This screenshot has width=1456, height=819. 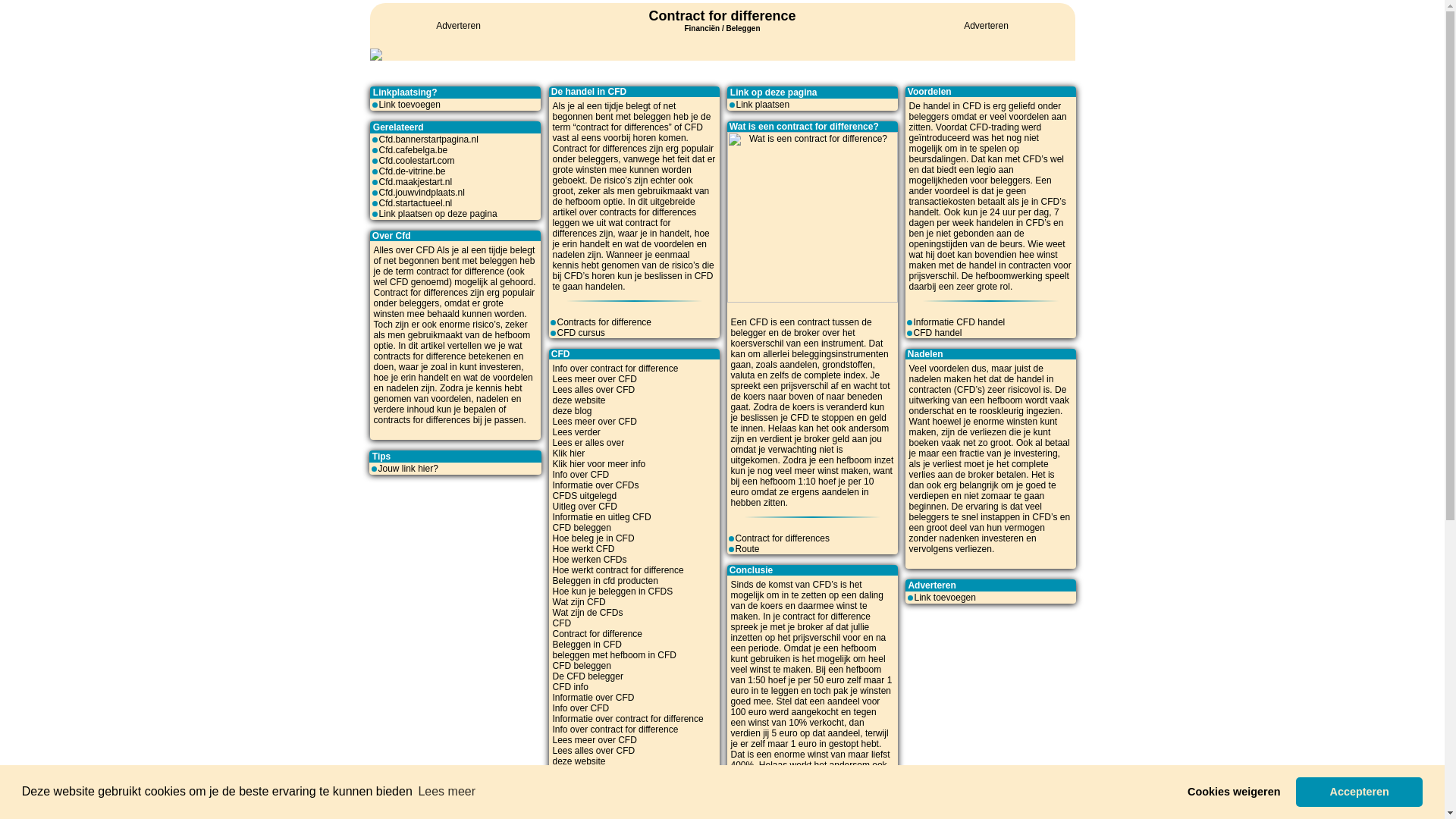 What do you see at coordinates (958, 321) in the screenshot?
I see `'Informatie CFD handel'` at bounding box center [958, 321].